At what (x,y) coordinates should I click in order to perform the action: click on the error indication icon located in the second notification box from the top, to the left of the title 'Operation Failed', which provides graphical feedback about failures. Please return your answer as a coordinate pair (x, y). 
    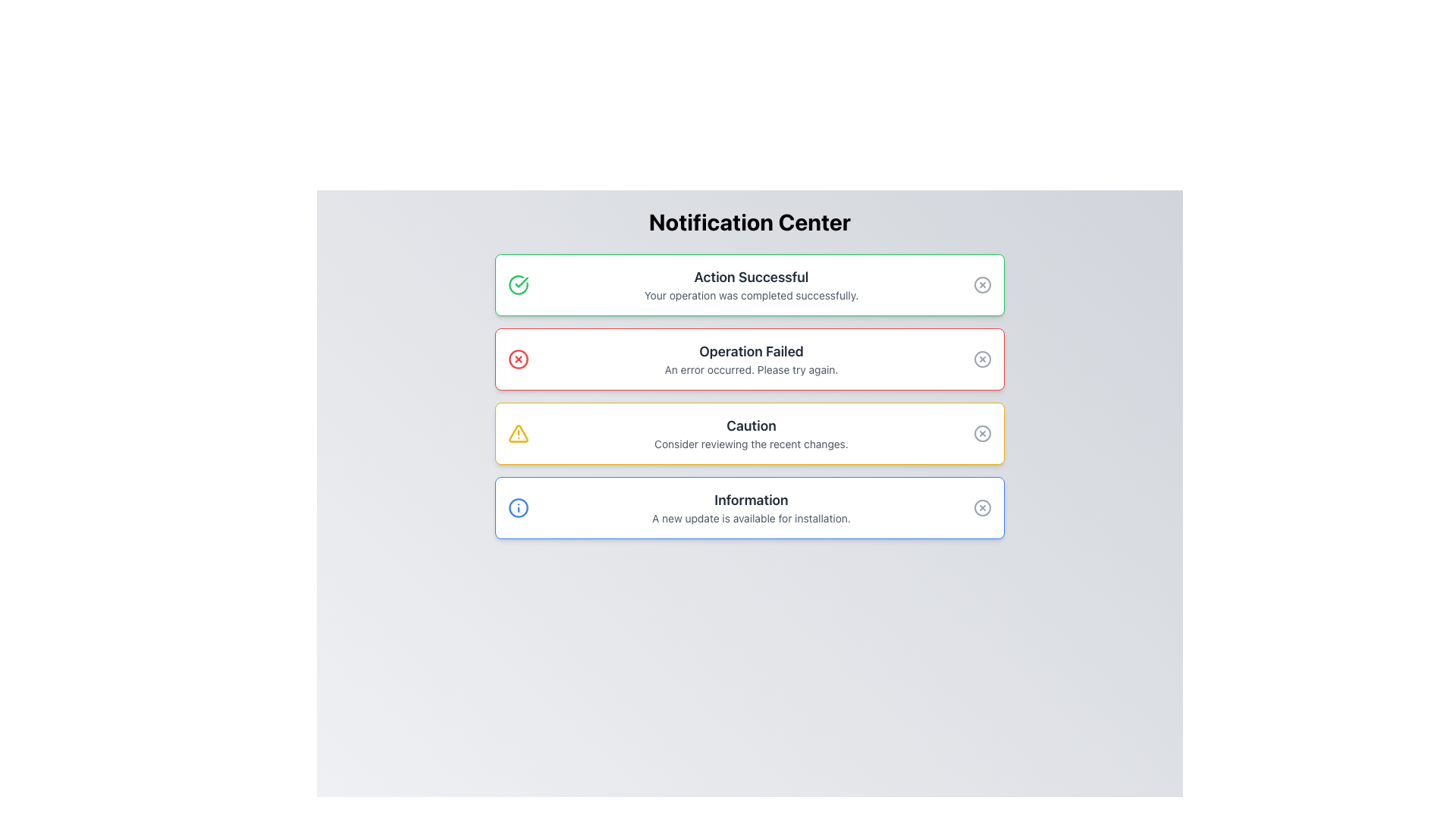
    Looking at the image, I should click on (519, 359).